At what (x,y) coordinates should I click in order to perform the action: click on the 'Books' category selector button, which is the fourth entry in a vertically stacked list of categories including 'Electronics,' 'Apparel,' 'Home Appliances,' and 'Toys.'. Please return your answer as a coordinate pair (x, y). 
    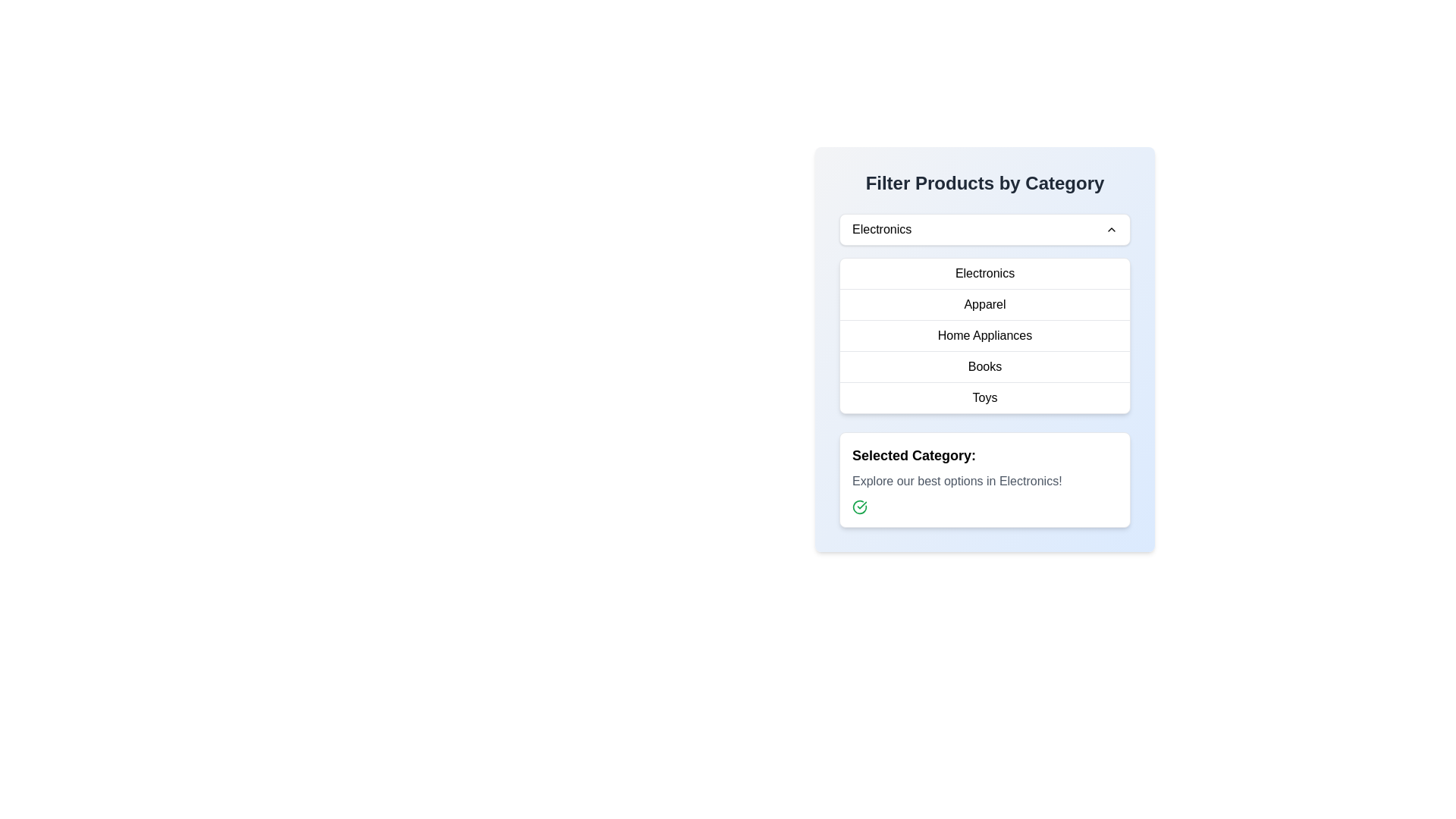
    Looking at the image, I should click on (985, 366).